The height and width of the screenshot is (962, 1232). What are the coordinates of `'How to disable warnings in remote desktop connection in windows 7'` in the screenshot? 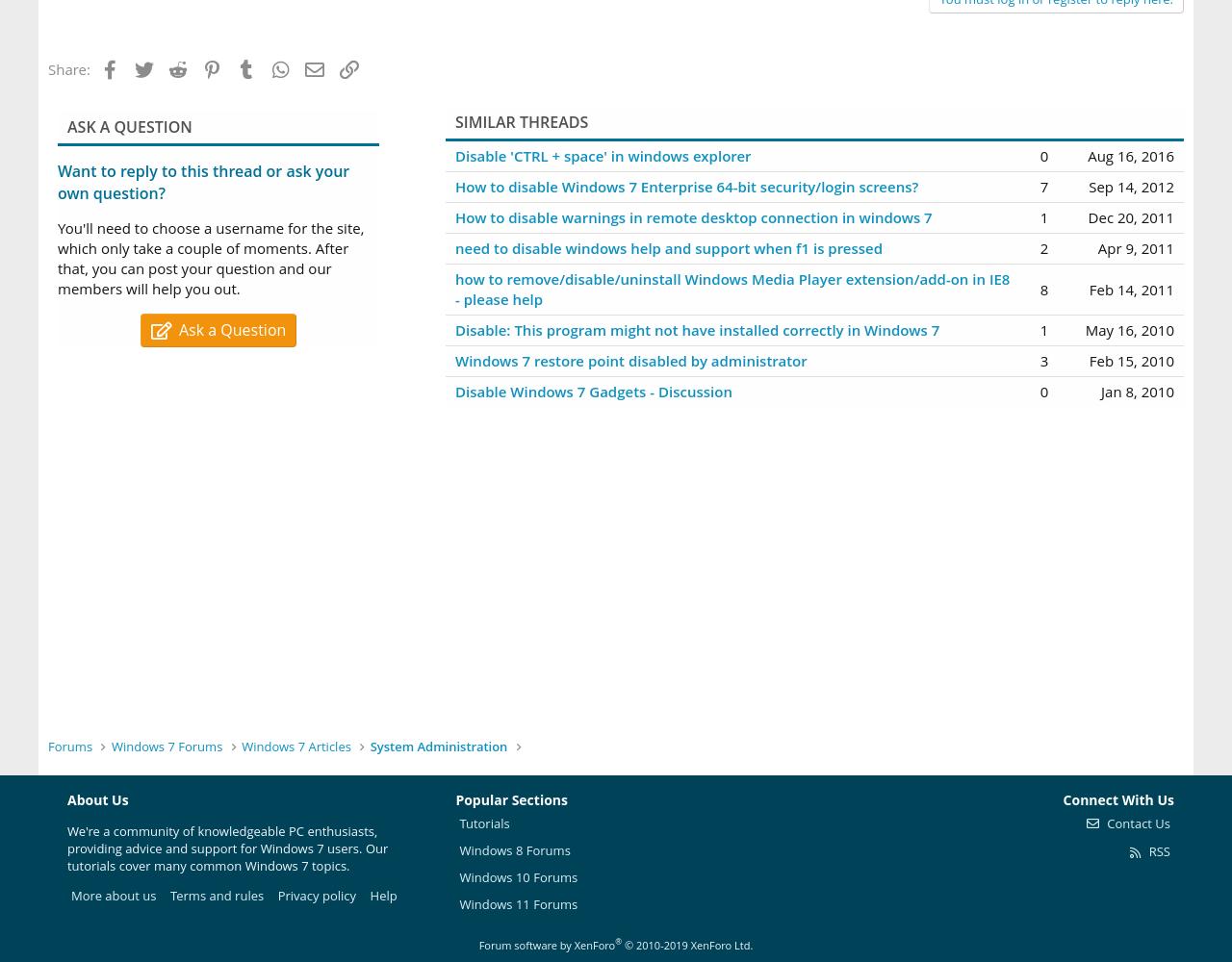 It's located at (693, 216).